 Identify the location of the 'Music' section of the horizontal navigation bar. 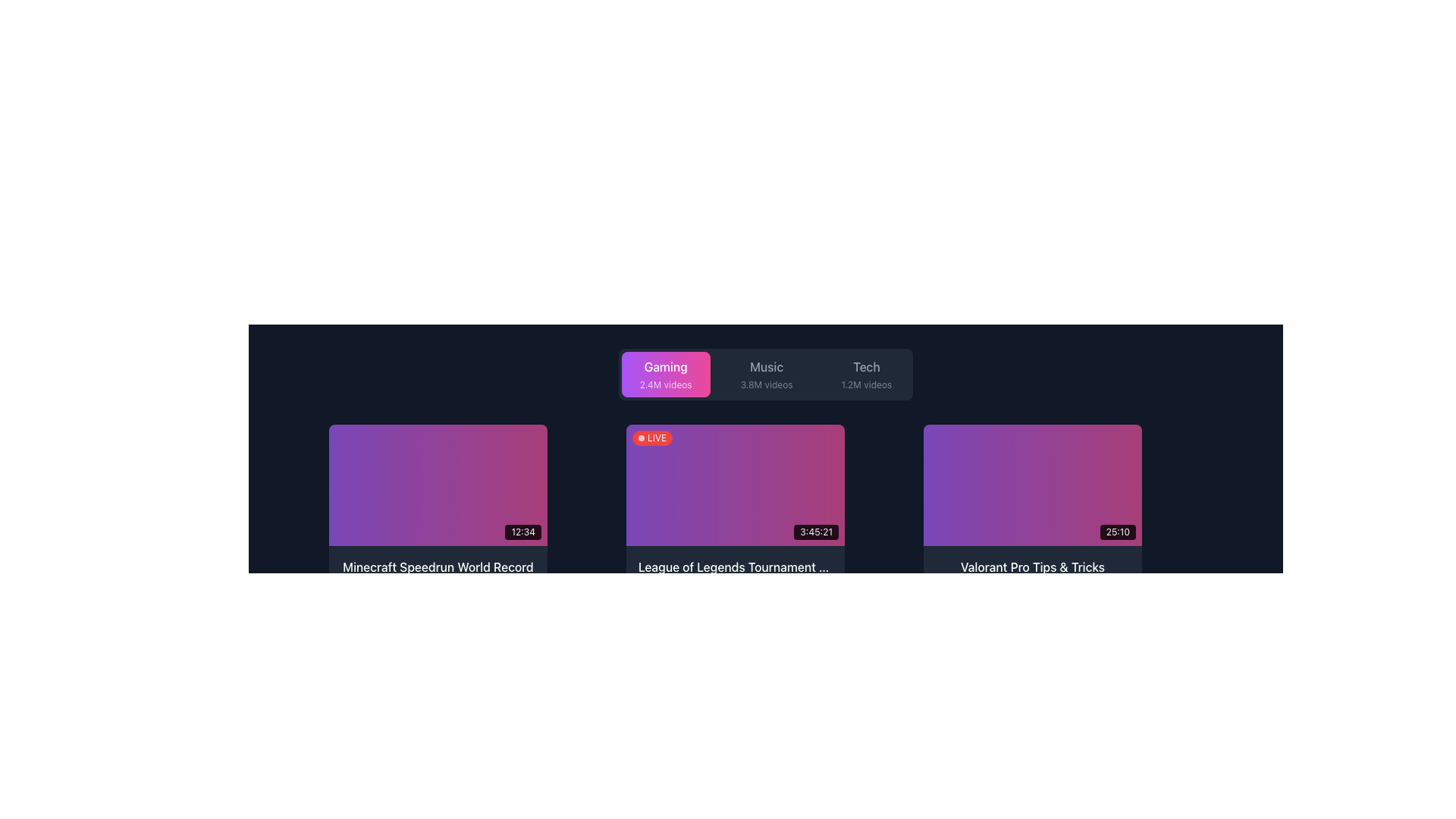
(765, 374).